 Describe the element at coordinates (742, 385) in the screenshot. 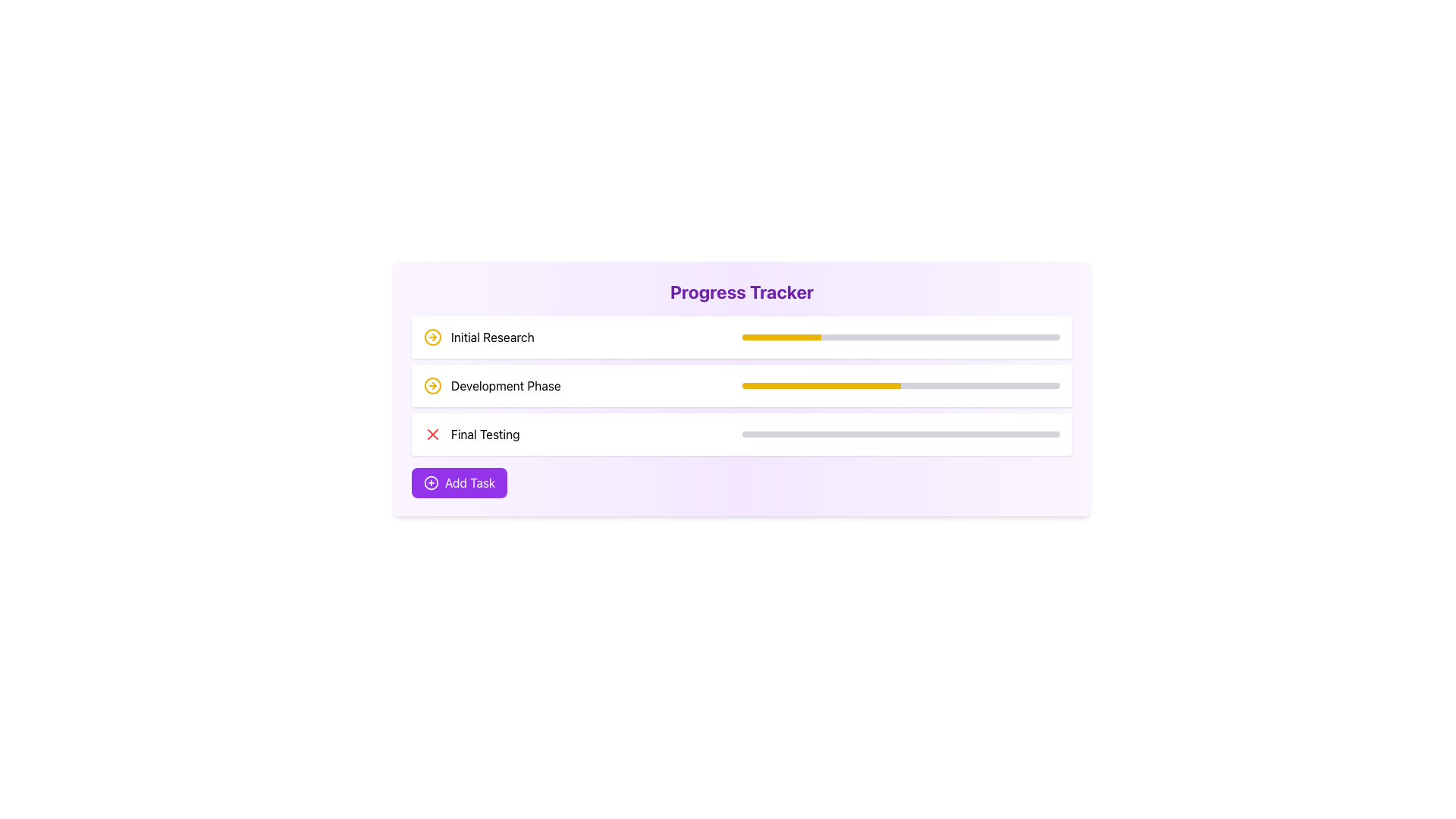

I see `the tasks and their progress in the Progress Tracker Section, which displays the progress of various tasks with a yellow progress bar over a gray background` at that location.